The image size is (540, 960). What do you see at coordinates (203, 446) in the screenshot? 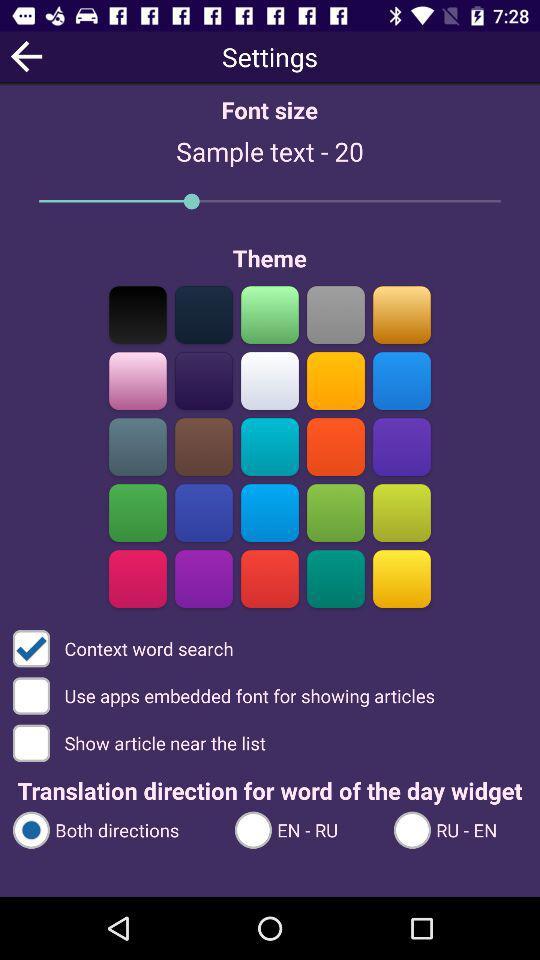
I see `pick this theme` at bounding box center [203, 446].